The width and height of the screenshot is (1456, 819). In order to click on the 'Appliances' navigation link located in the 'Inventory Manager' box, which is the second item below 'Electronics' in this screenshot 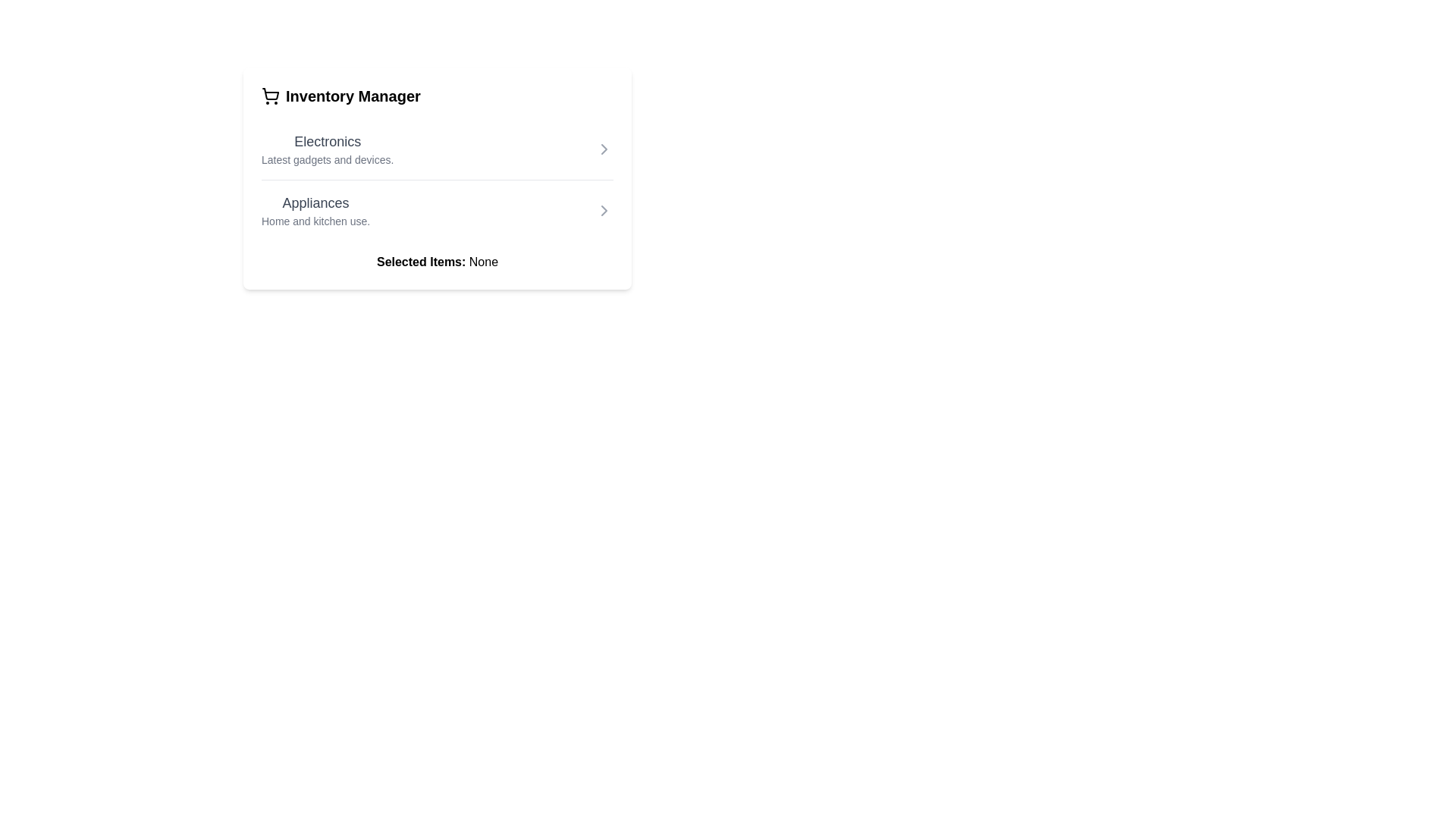, I will do `click(436, 210)`.